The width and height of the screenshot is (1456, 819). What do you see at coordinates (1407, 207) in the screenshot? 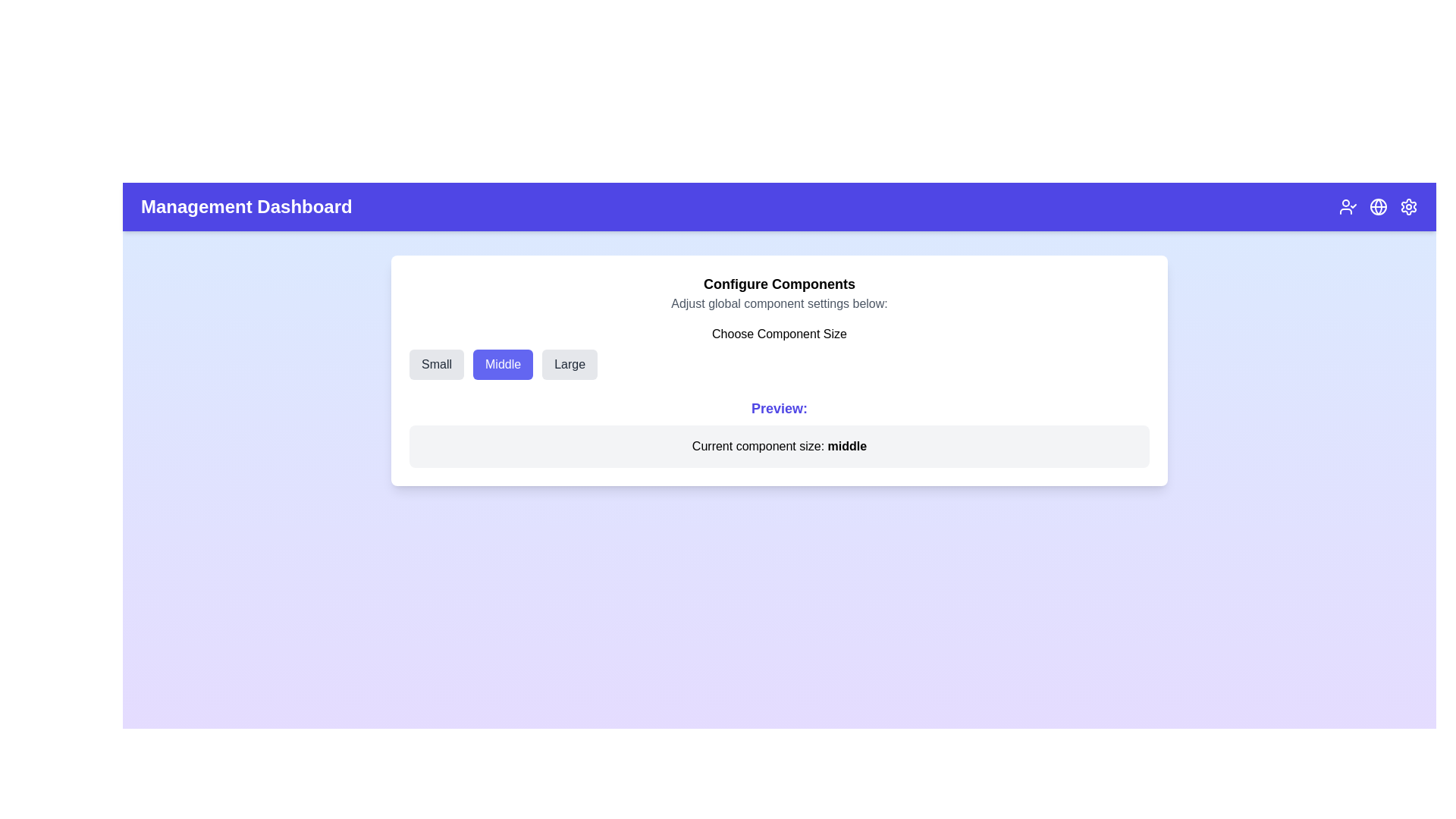
I see `the cogwheel icon button located in the top-right corner of the interface, which indicates a settings function` at bounding box center [1407, 207].